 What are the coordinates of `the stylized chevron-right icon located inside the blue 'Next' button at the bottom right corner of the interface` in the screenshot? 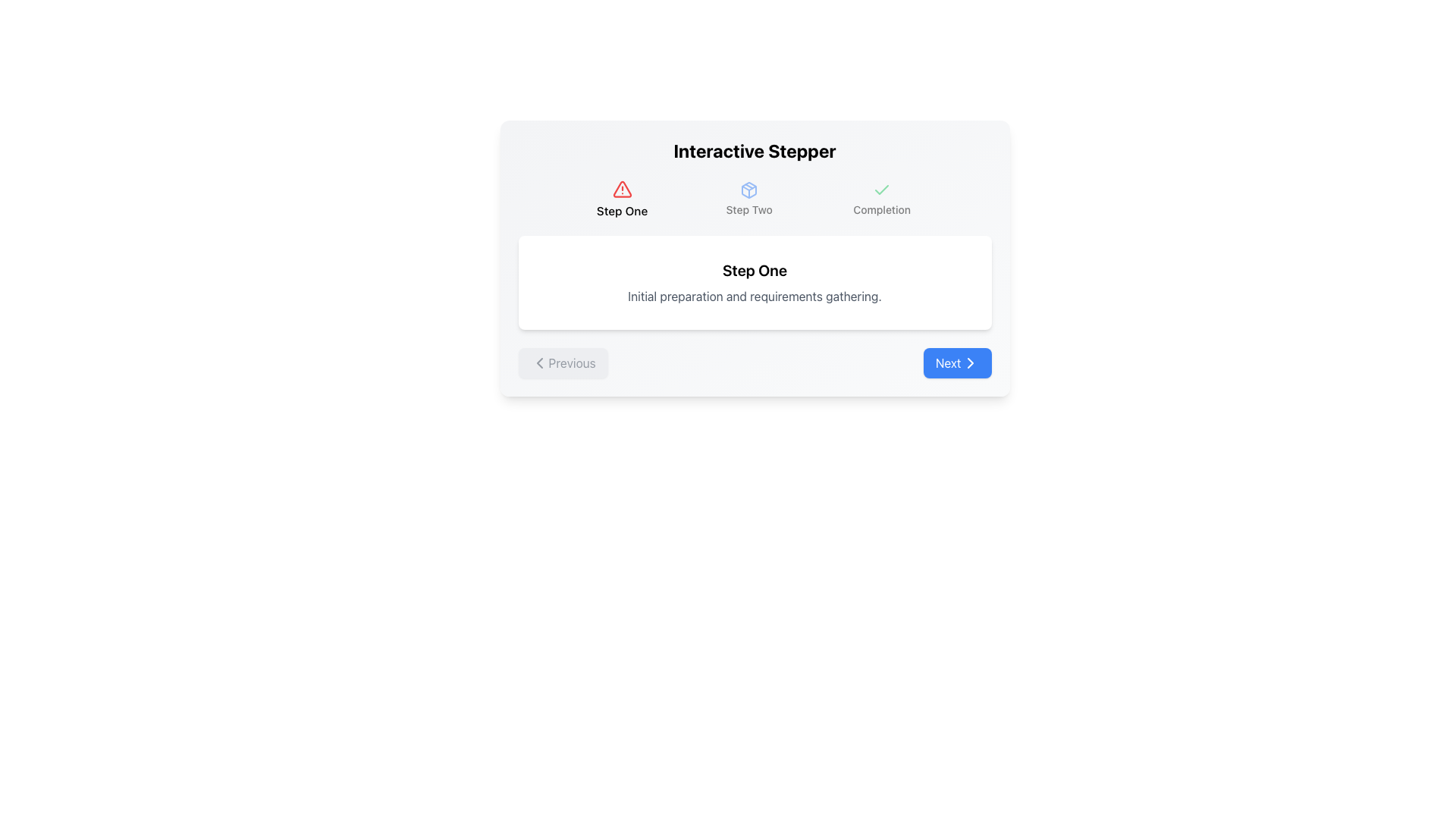 It's located at (969, 362).